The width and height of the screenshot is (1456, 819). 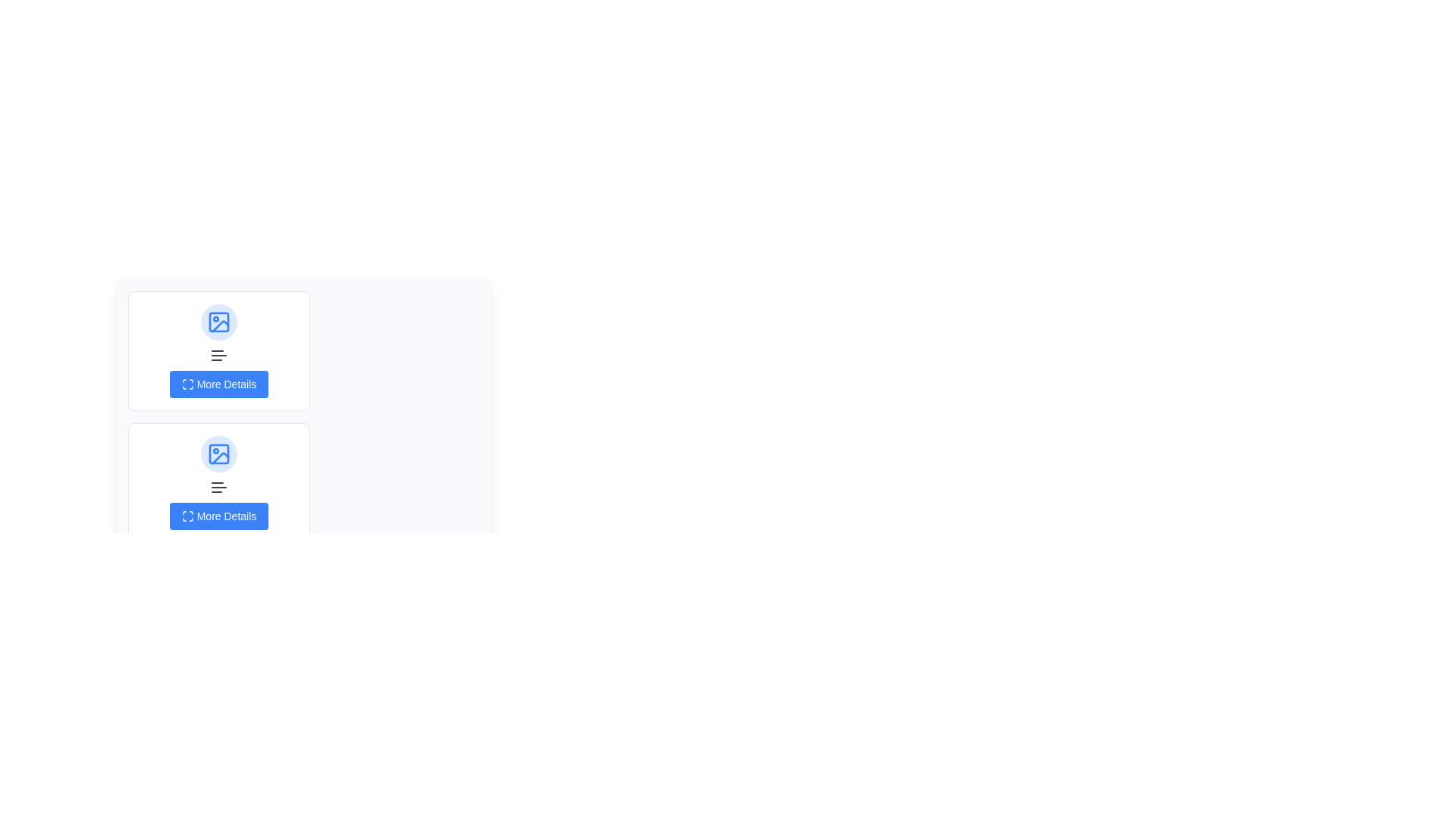 I want to click on the icon holder or image placeholder embedded within the card component, which is the first item in a column of cards, featuring a light blue background and a dark blue image icon, so click(x=218, y=321).